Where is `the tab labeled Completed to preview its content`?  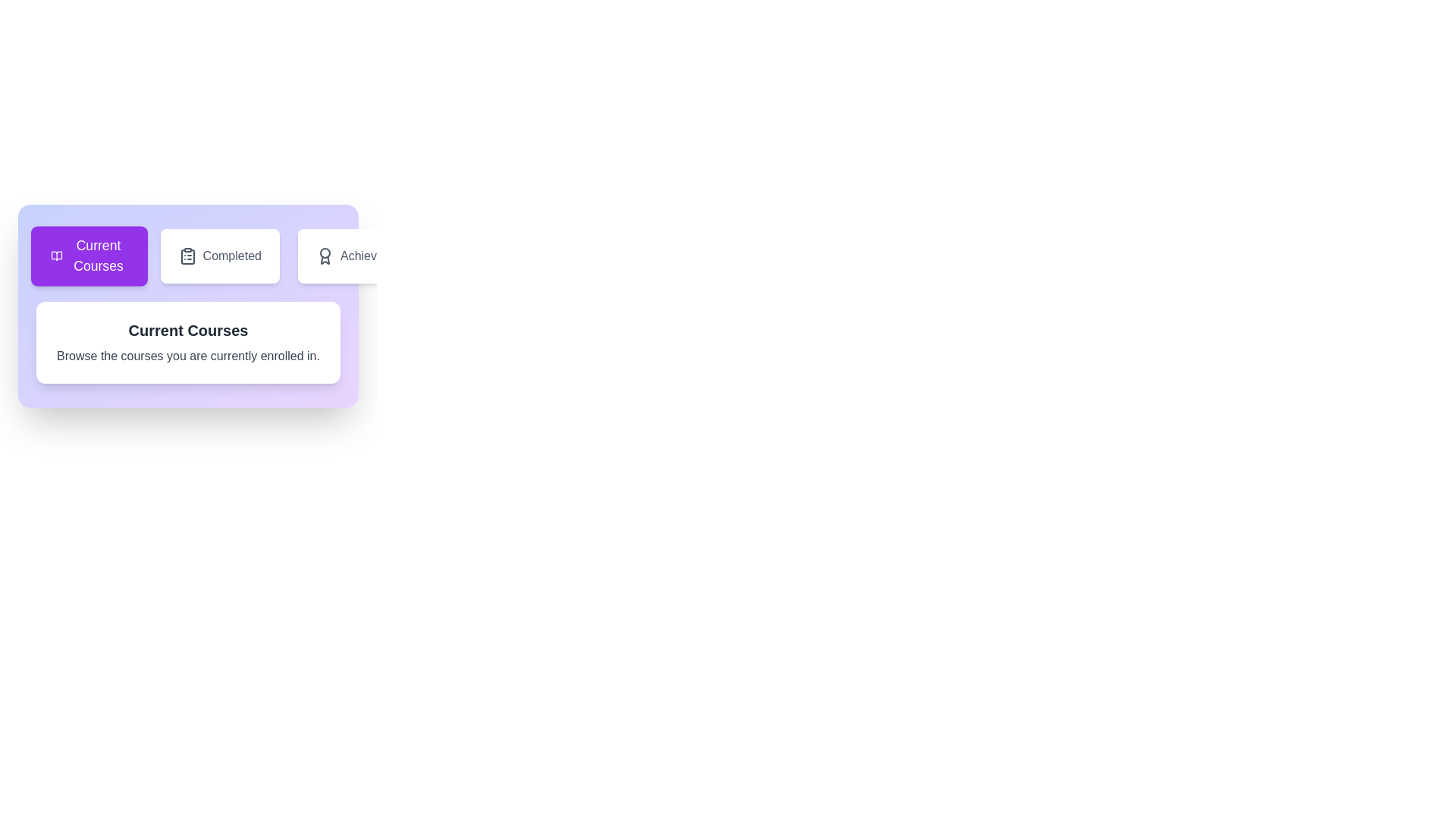
the tab labeled Completed to preview its content is located at coordinates (219, 256).